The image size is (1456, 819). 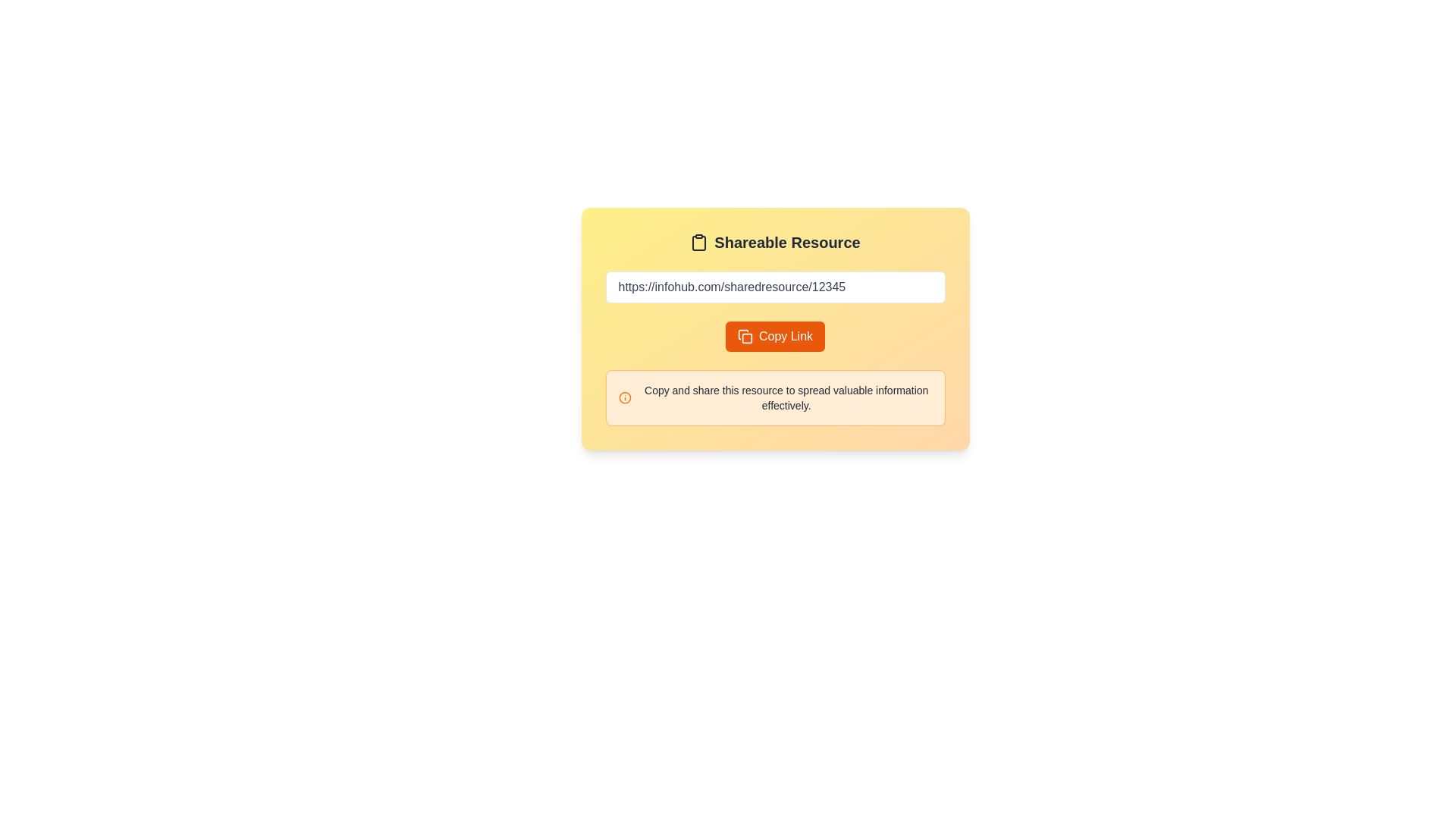 I want to click on the 'Shareable Resource' text heading with a clipboard icon, which is positioned at the top of a card layout with a yellow to orange gradient background, so click(x=775, y=242).